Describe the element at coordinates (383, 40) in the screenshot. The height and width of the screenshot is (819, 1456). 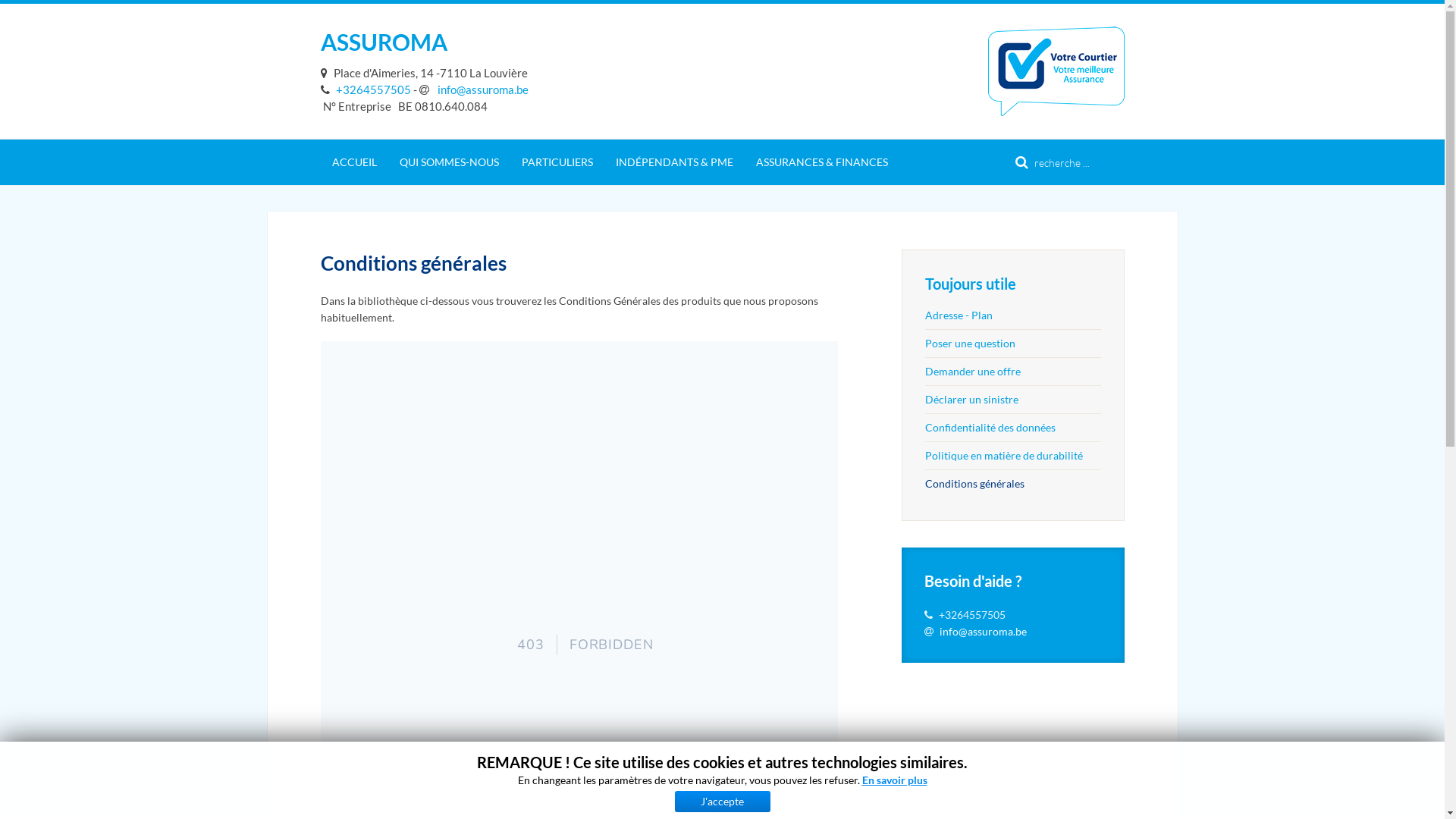
I see `'ASSUROMA'` at that location.